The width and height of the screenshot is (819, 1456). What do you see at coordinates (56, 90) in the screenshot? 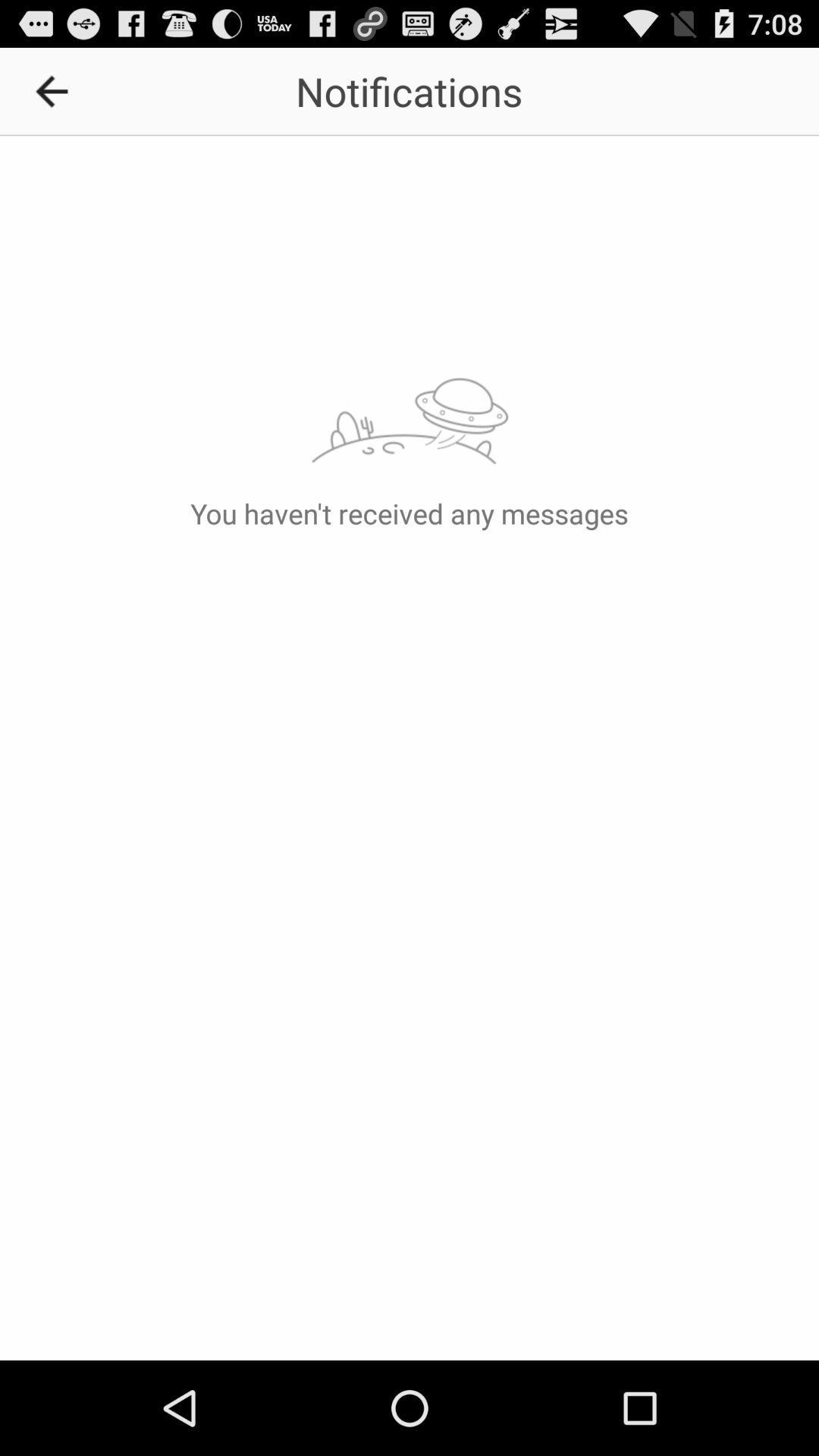
I see `the   at the top left corner` at bounding box center [56, 90].